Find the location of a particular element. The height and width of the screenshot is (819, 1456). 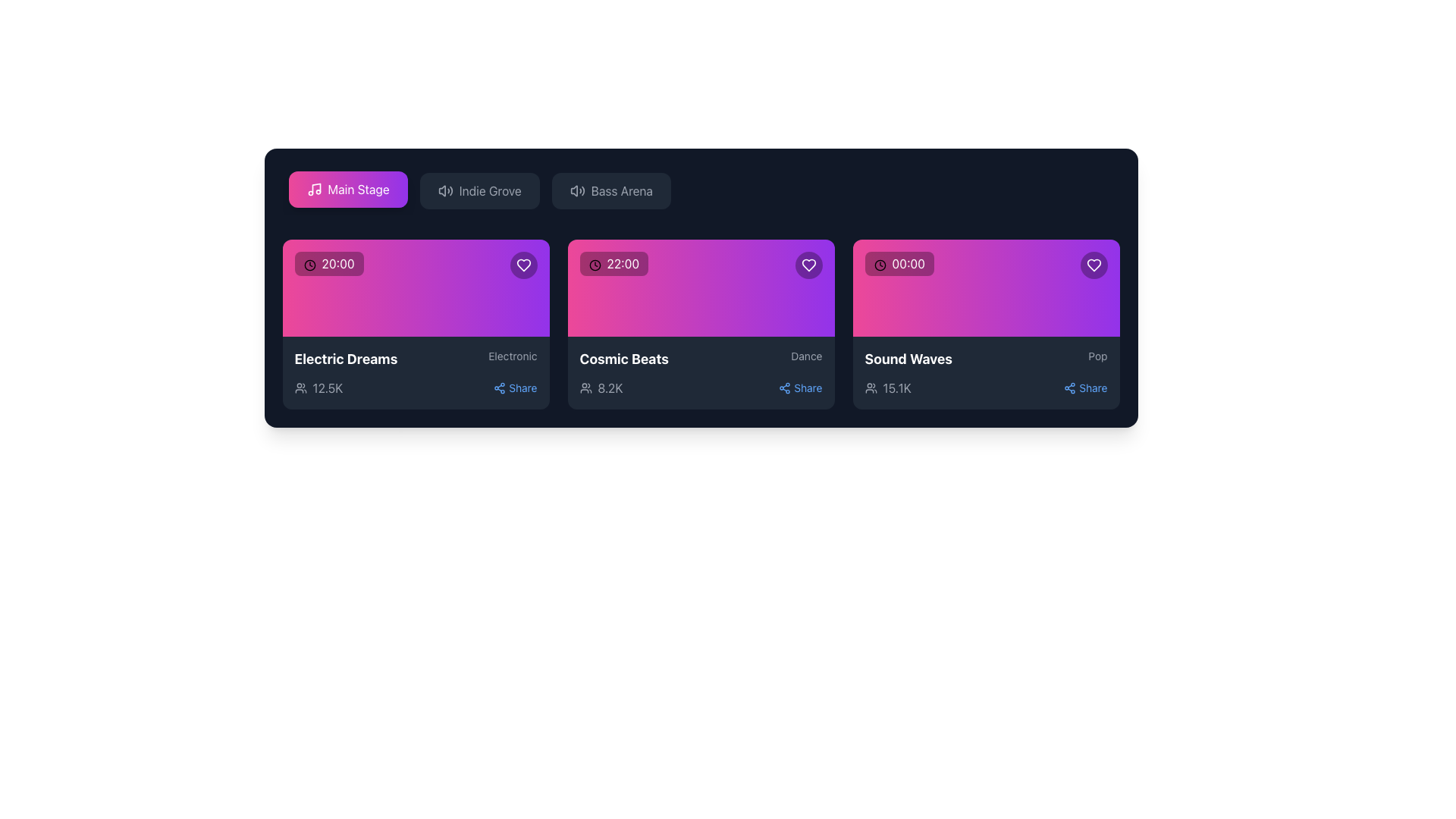

the volume icon located to the left of the text label 'Bass Arena' is located at coordinates (576, 190).